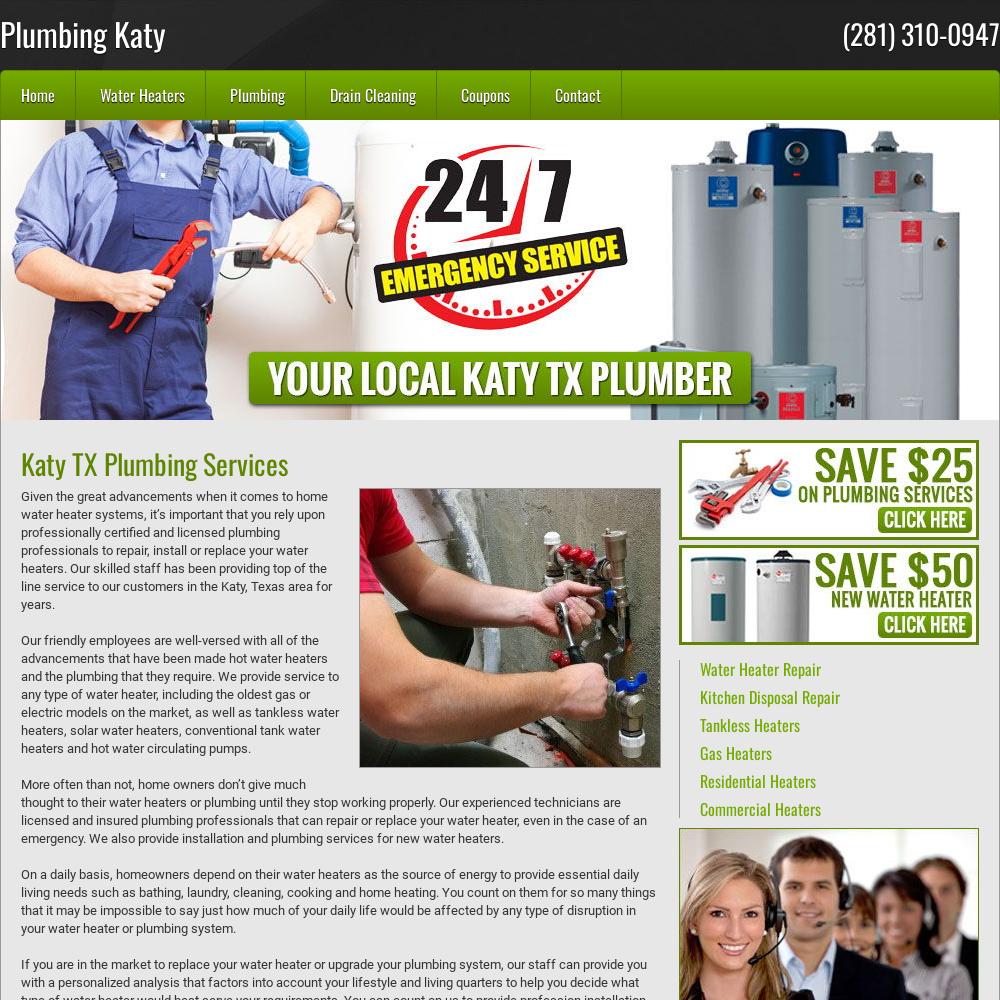 Image resolution: width=1000 pixels, height=1000 pixels. What do you see at coordinates (735, 753) in the screenshot?
I see `'Gas Heaters'` at bounding box center [735, 753].